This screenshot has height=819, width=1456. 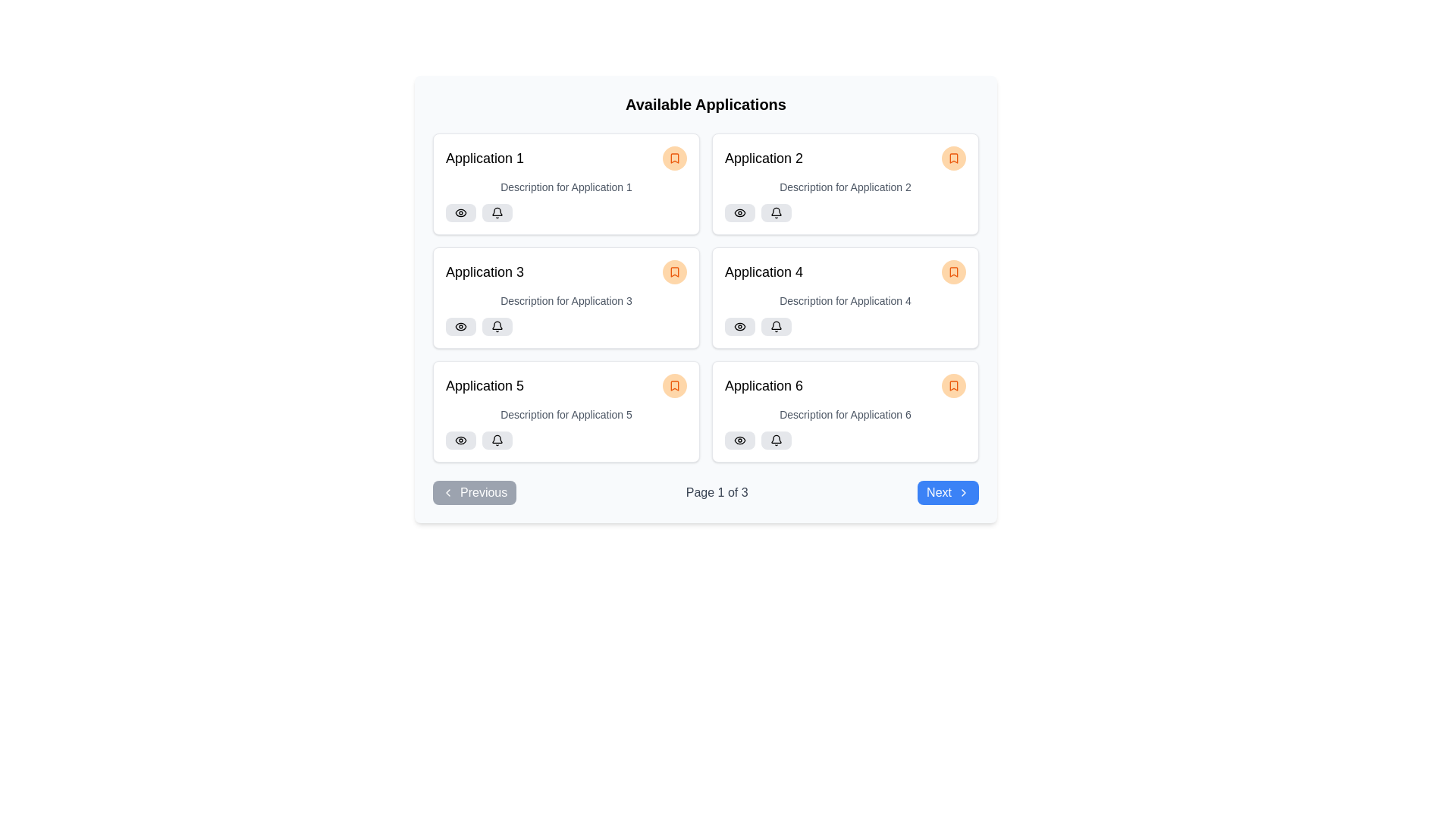 I want to click on the bell-shaped notification icon located in the upper-right corner of the card for 'Application 2', so click(x=776, y=213).